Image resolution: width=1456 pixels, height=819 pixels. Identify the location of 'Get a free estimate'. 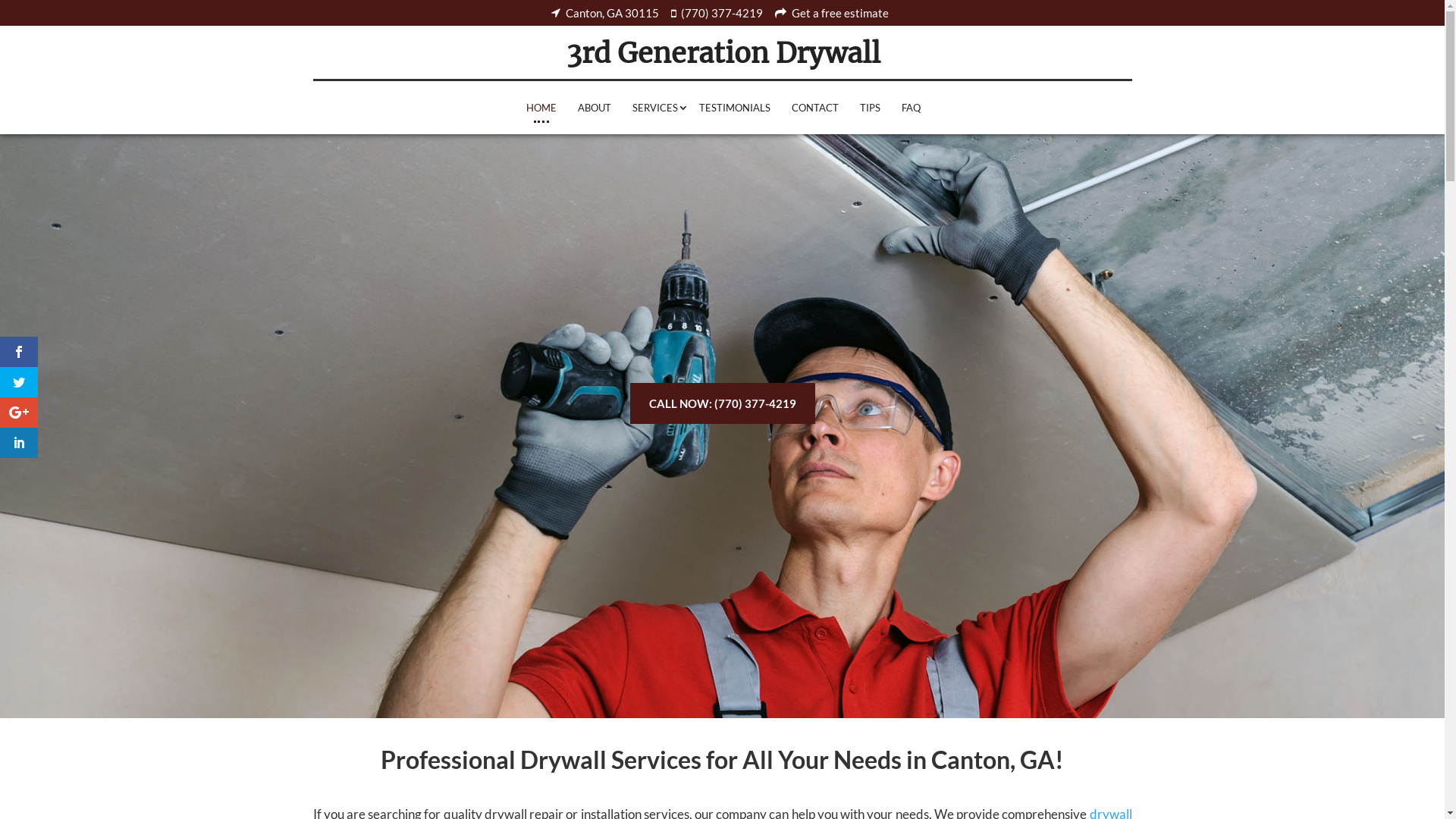
(833, 13).